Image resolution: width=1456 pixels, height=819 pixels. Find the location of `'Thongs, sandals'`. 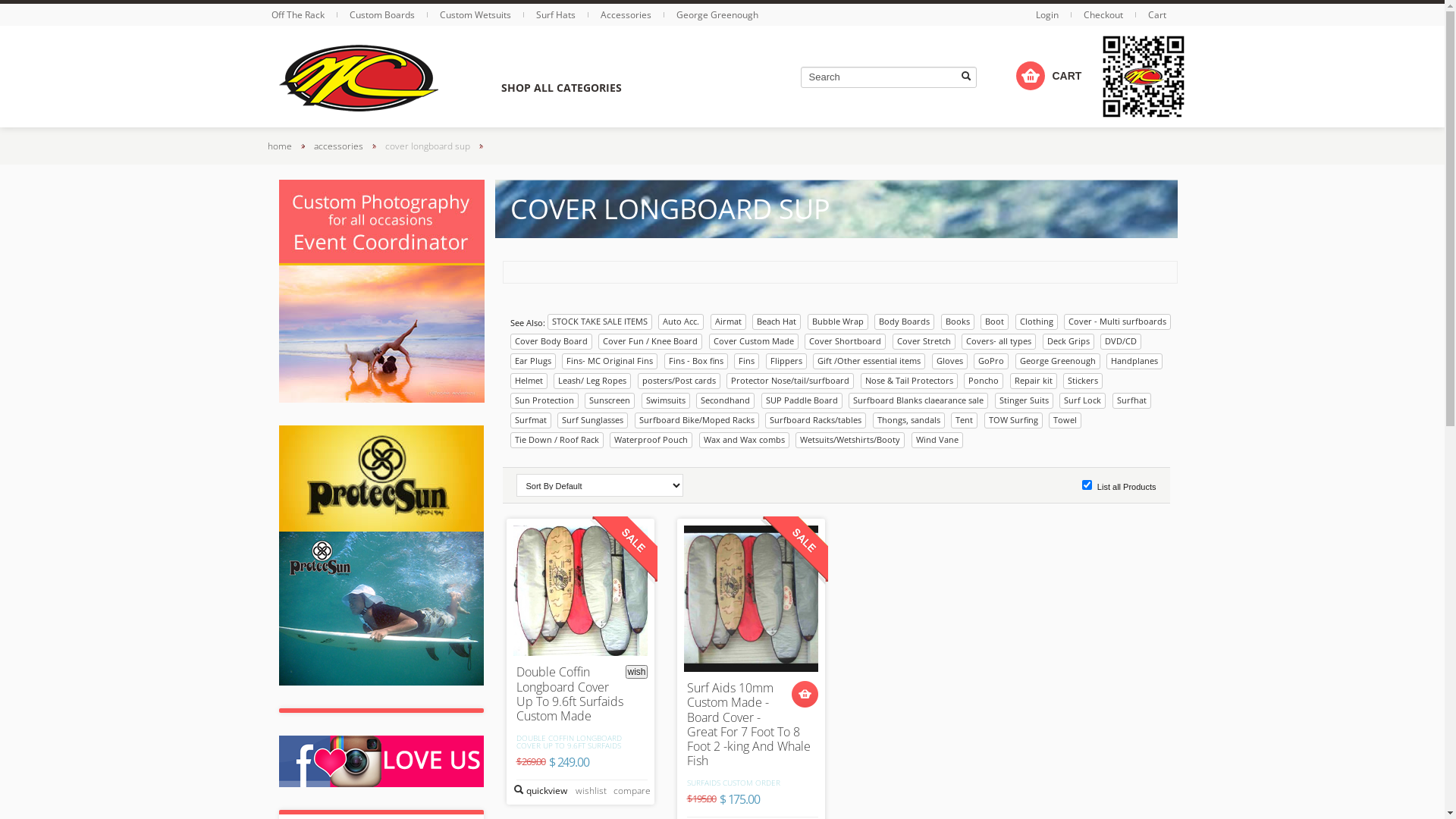

'Thongs, sandals' is located at coordinates (908, 420).